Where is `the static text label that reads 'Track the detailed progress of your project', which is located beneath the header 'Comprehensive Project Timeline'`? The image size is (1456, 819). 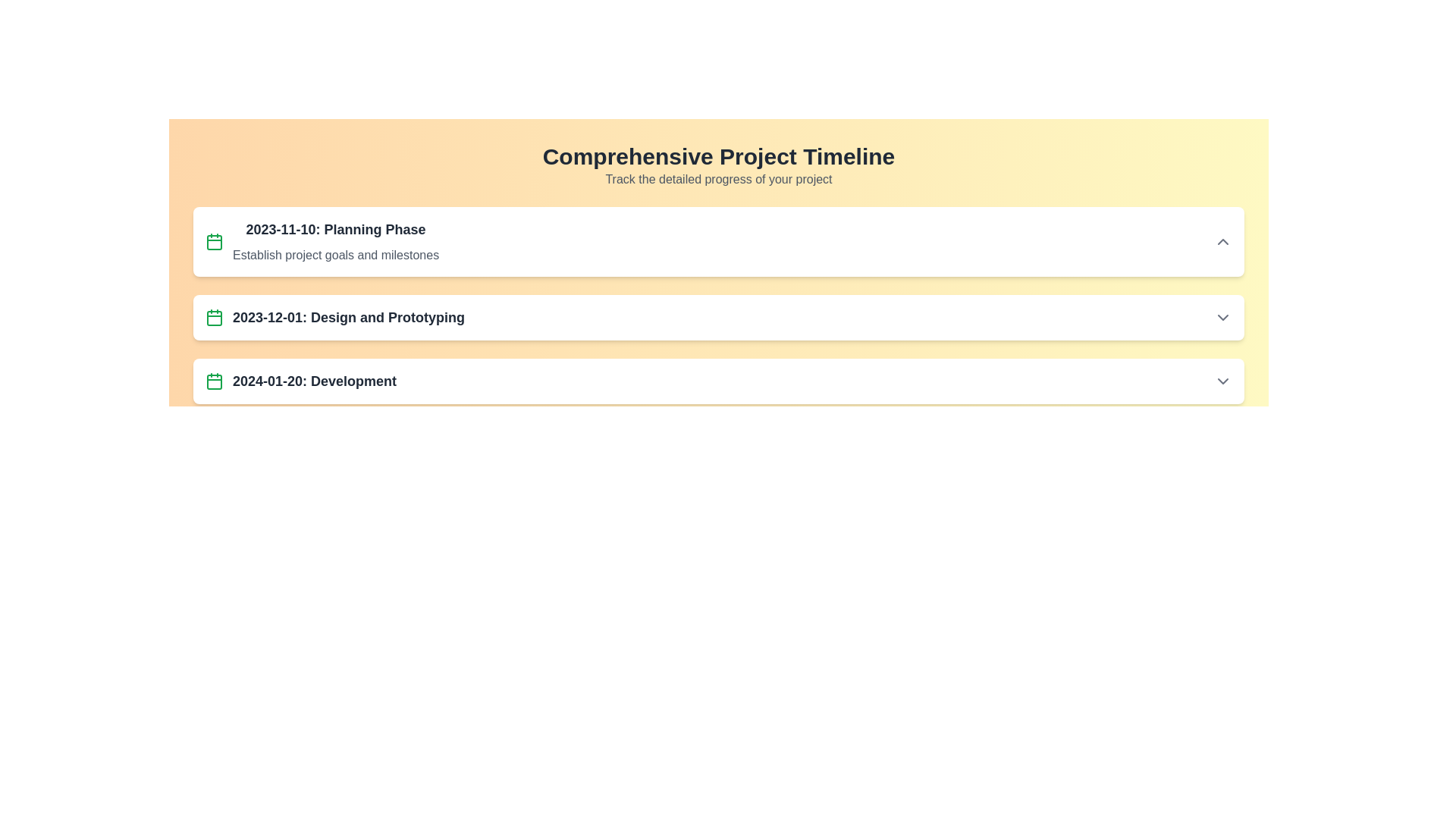
the static text label that reads 'Track the detailed progress of your project', which is located beneath the header 'Comprehensive Project Timeline' is located at coordinates (718, 178).